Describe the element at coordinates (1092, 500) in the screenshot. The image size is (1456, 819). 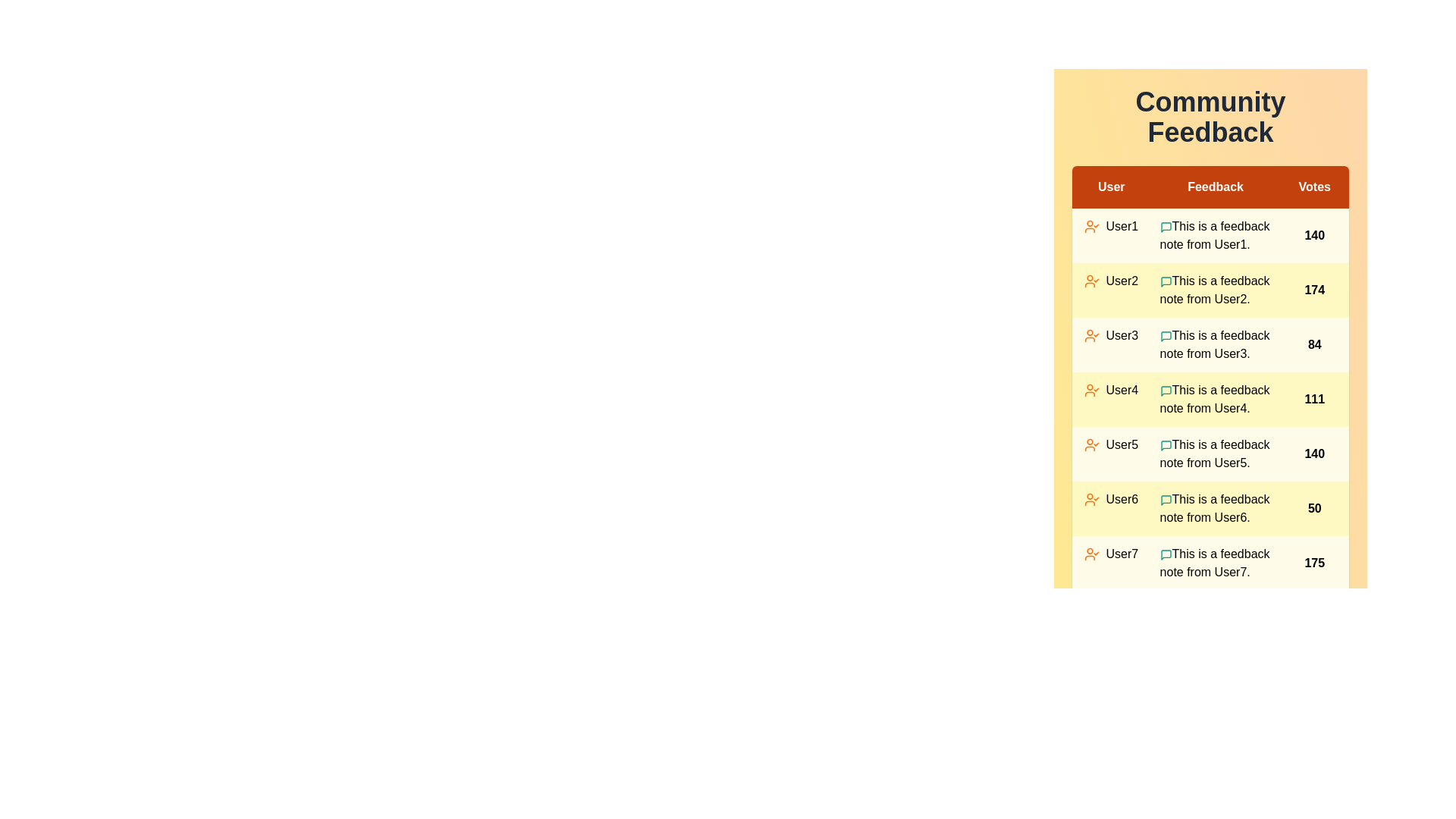
I see `the user icon corresponding to User6 to view their details` at that location.